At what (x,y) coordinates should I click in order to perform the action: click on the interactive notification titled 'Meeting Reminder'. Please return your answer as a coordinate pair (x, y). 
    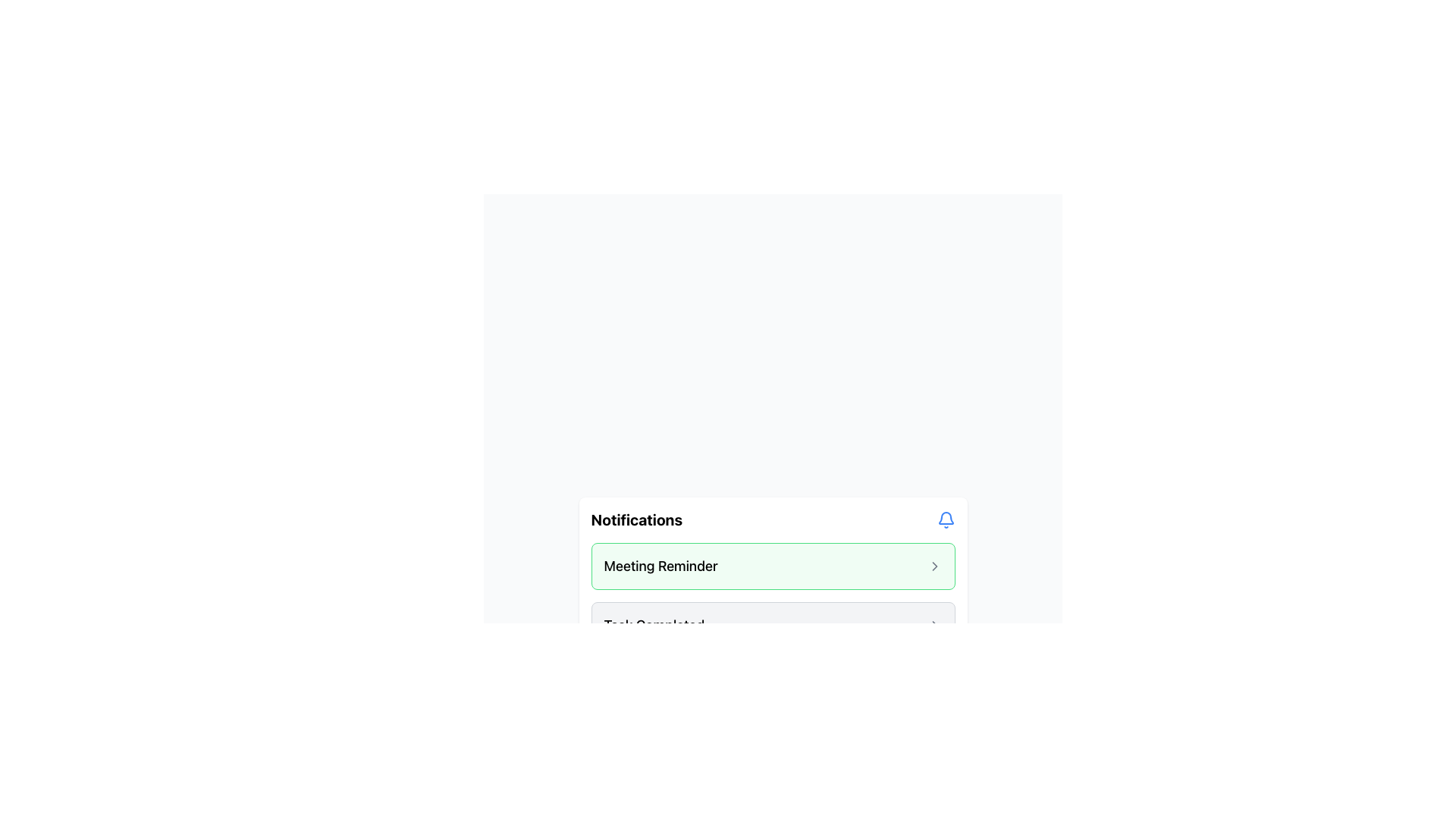
    Looking at the image, I should click on (773, 595).